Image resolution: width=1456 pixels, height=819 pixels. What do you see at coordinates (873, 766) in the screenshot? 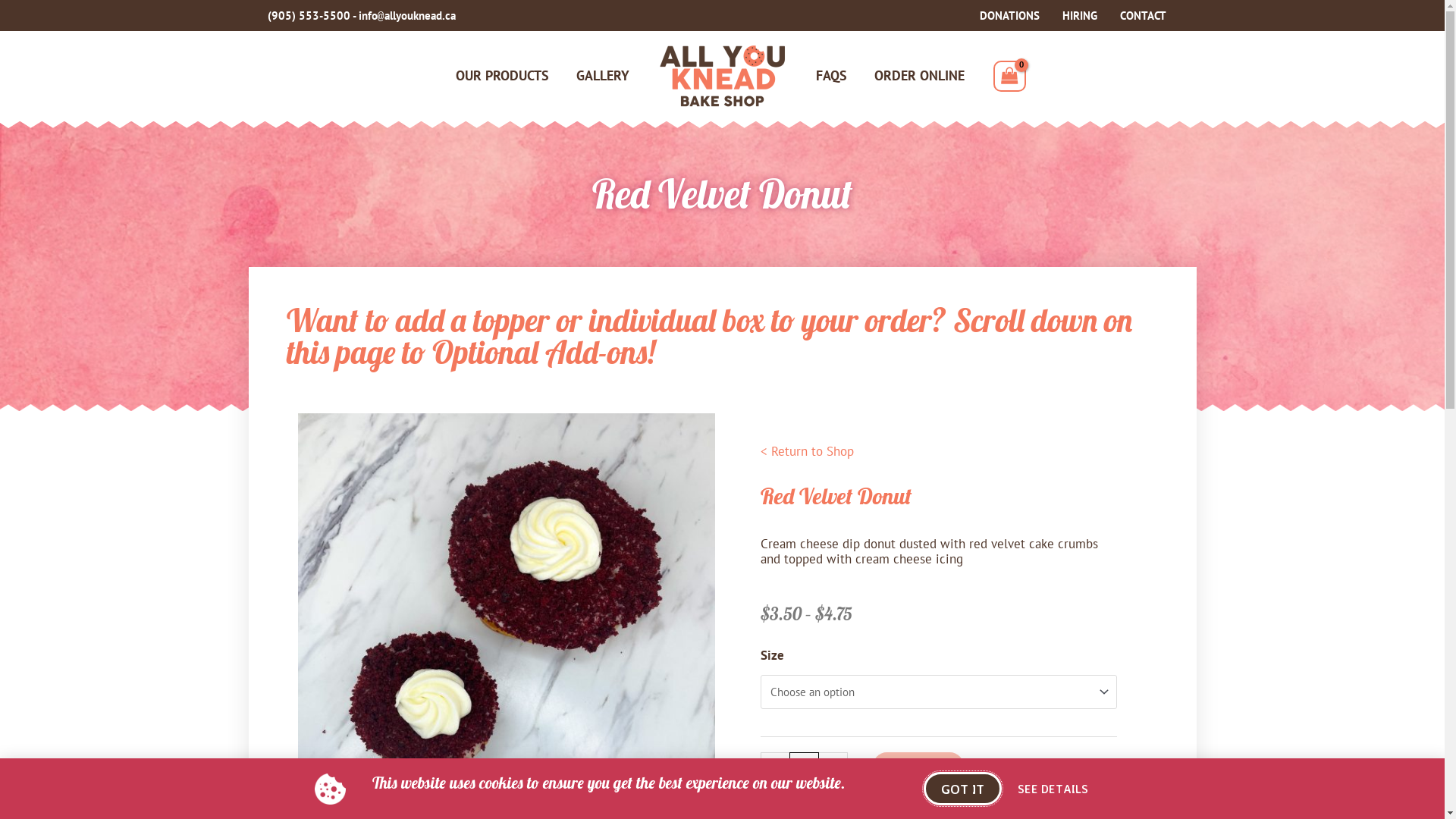
I see `'Add To Cart'` at bounding box center [873, 766].